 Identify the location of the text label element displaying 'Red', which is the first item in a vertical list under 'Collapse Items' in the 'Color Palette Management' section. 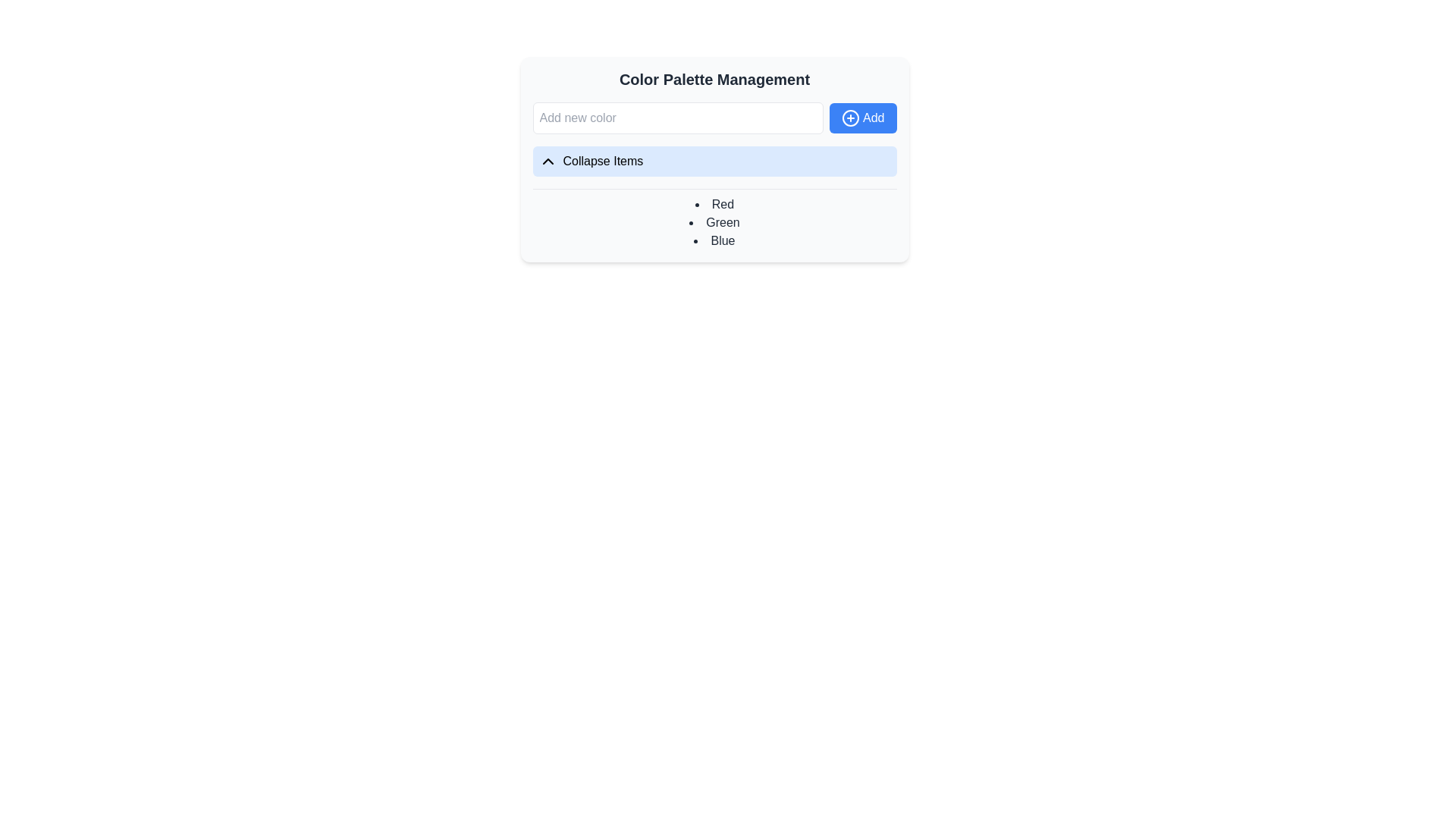
(714, 205).